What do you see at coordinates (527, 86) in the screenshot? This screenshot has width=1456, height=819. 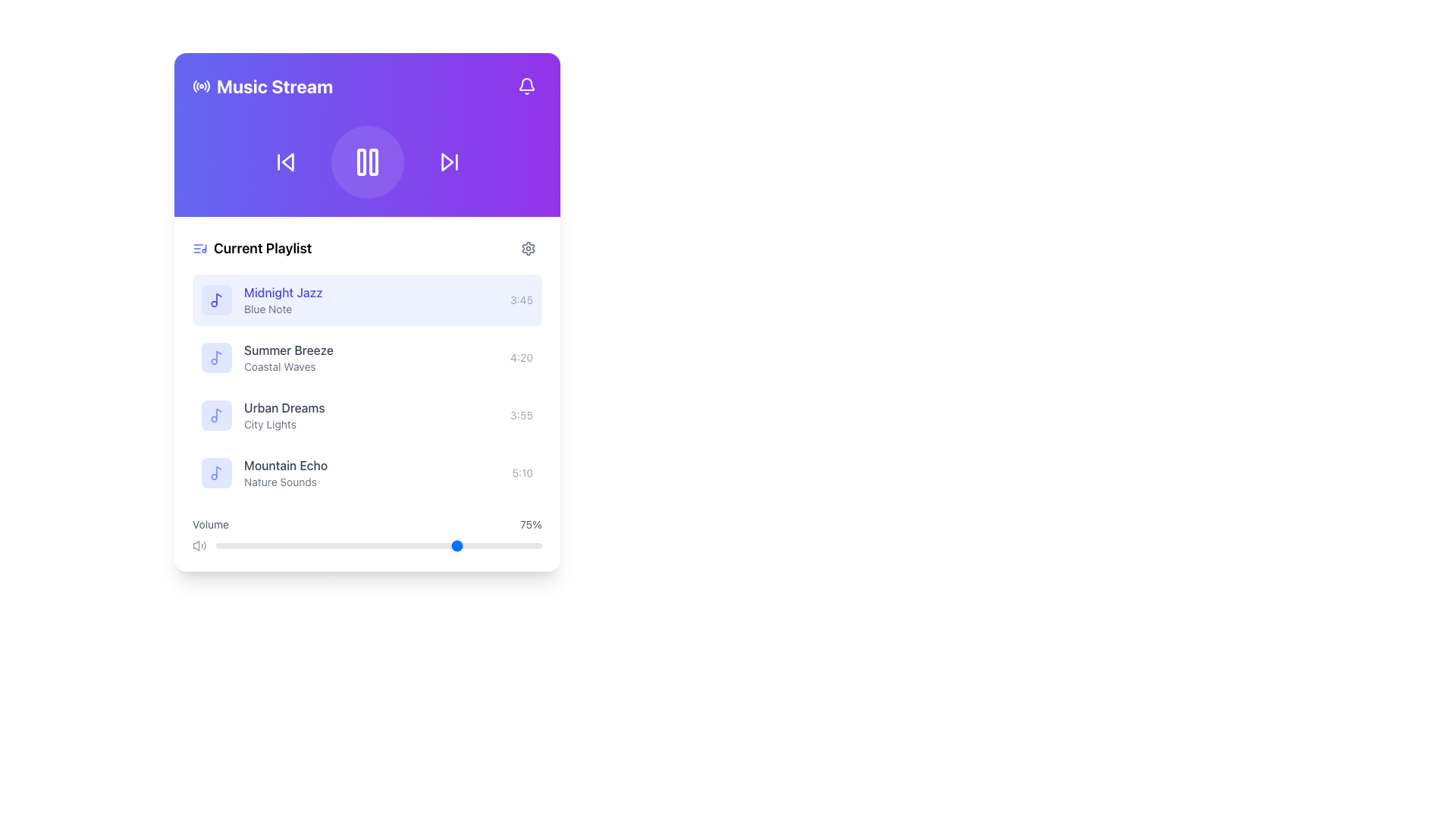 I see `the notification bell icon located in the top-right corner of the purple 'Music Stream' section to check for updates or alerts` at bounding box center [527, 86].